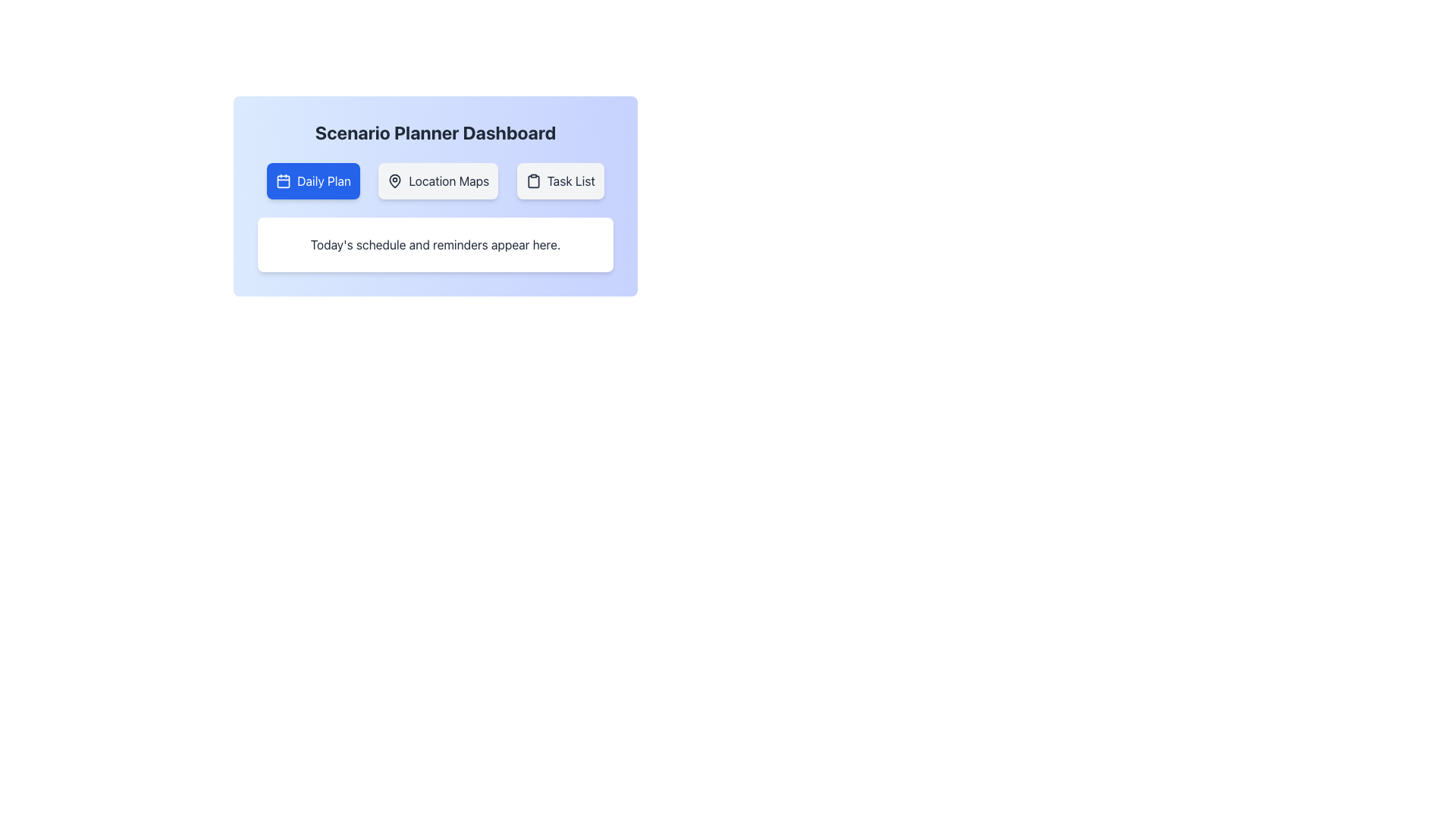 Image resolution: width=1456 pixels, height=819 pixels. I want to click on the 'Task List' button represented by a clipboard icon in the navigation bar, so click(533, 180).